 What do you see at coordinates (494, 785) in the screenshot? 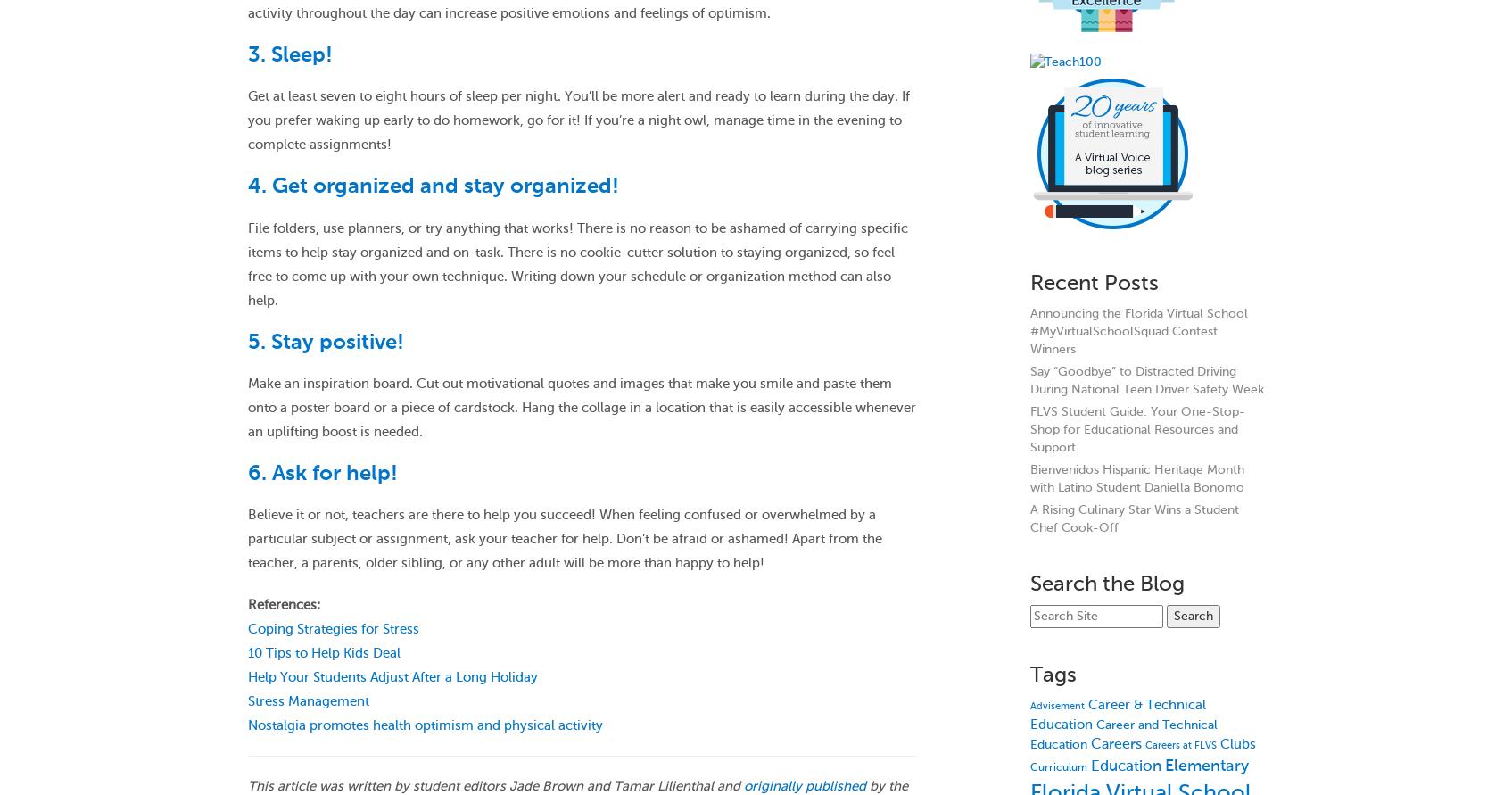
I see `'This article was written by student editors Jade Brown and Tamar Lilienthal and'` at bounding box center [494, 785].